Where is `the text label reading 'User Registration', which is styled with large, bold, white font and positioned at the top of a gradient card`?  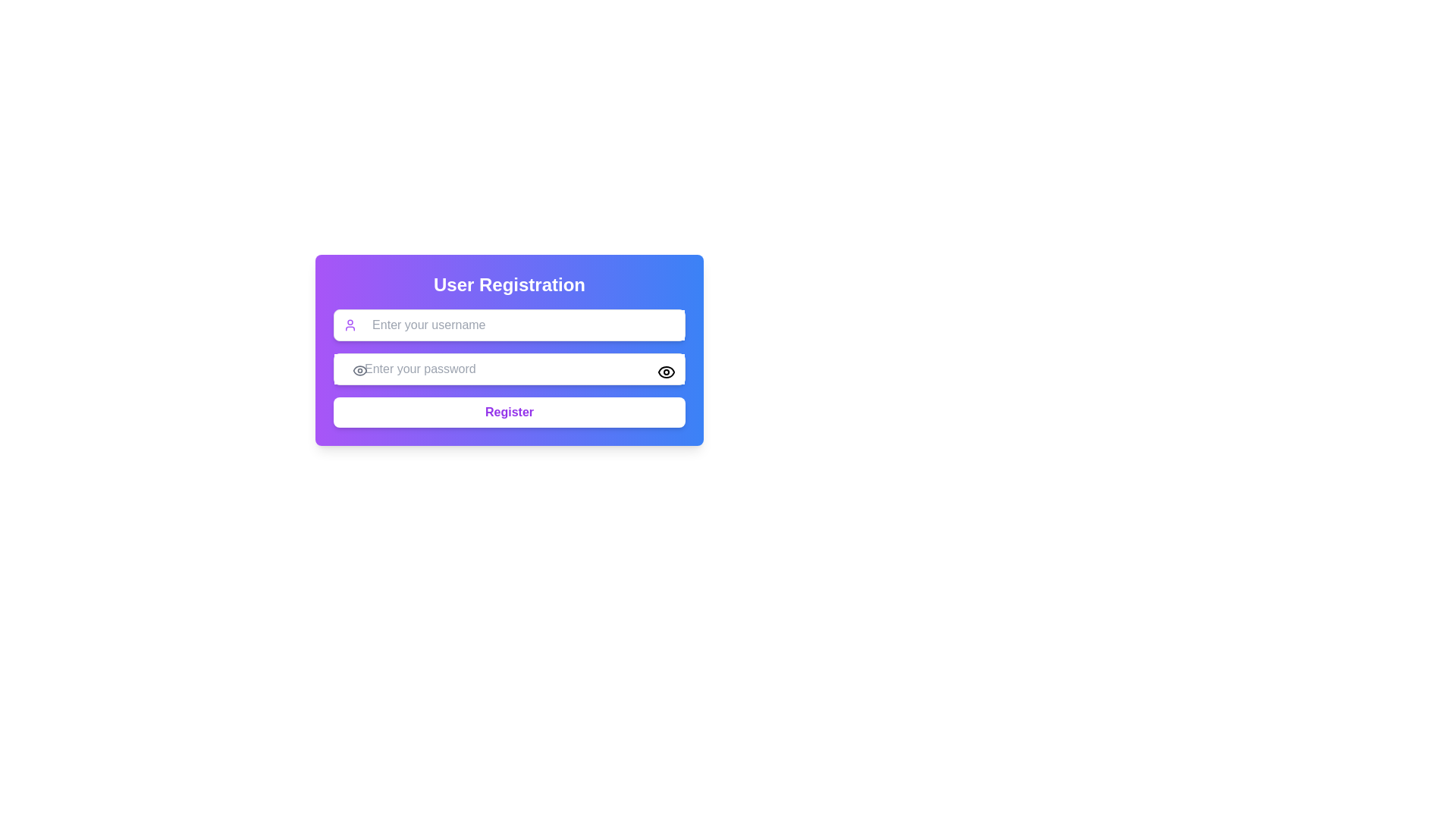
the text label reading 'User Registration', which is styled with large, bold, white font and positioned at the top of a gradient card is located at coordinates (510, 284).